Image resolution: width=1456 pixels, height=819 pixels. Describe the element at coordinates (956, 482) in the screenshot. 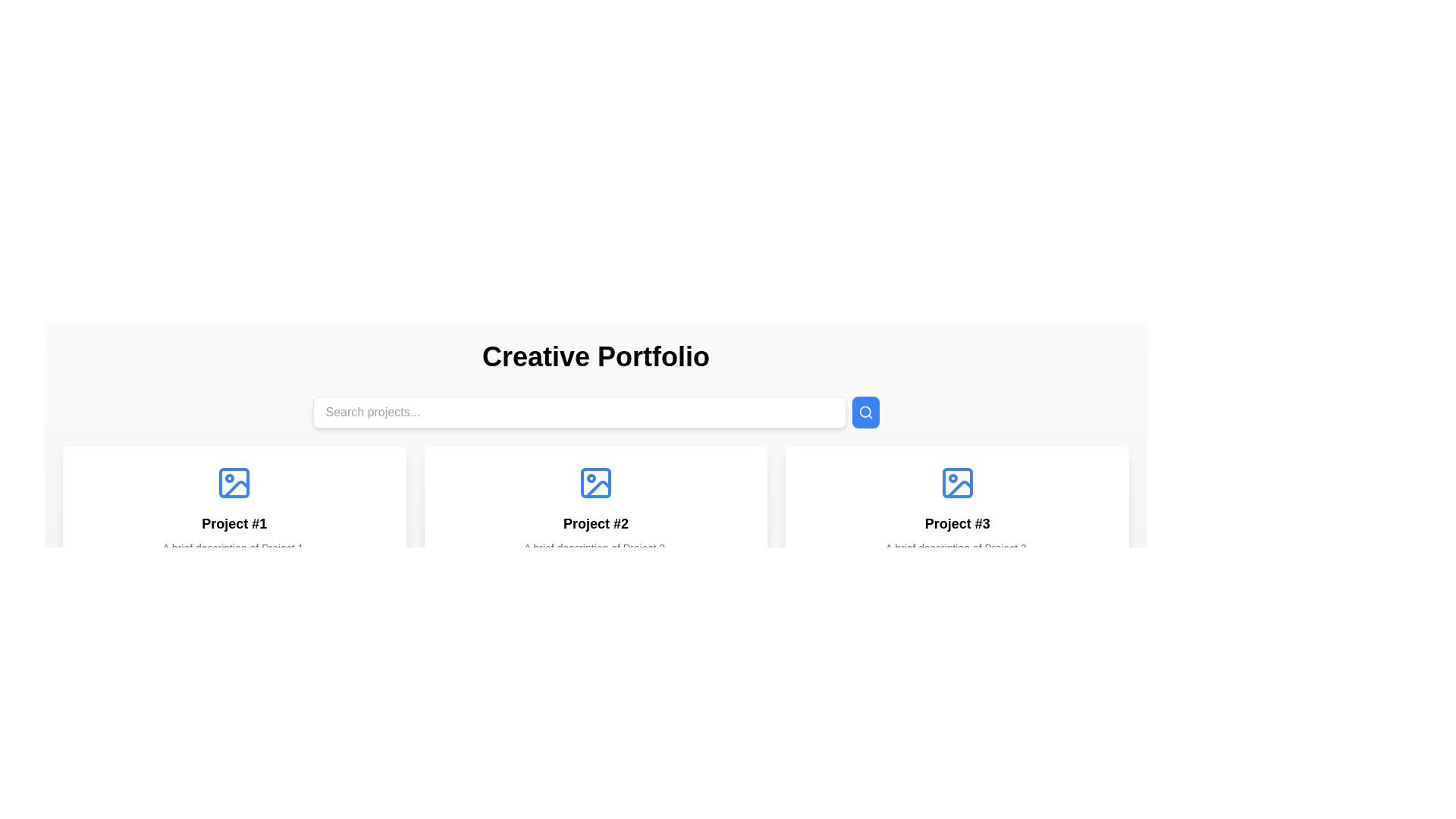

I see `the blue SVG icon located above the text 'Project #3' in the third project card` at that location.